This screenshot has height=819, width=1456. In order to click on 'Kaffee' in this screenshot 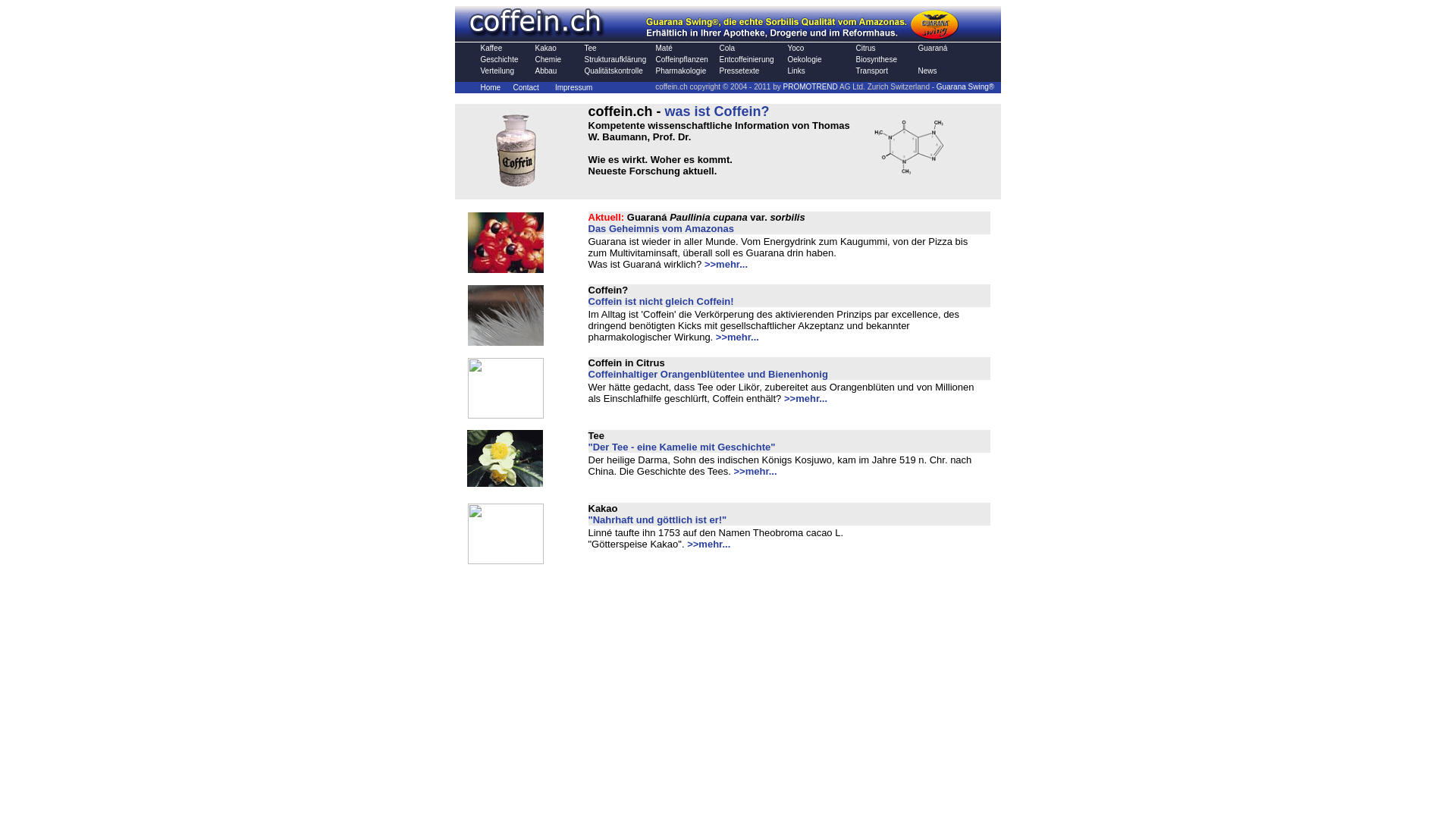, I will do `click(491, 47)`.